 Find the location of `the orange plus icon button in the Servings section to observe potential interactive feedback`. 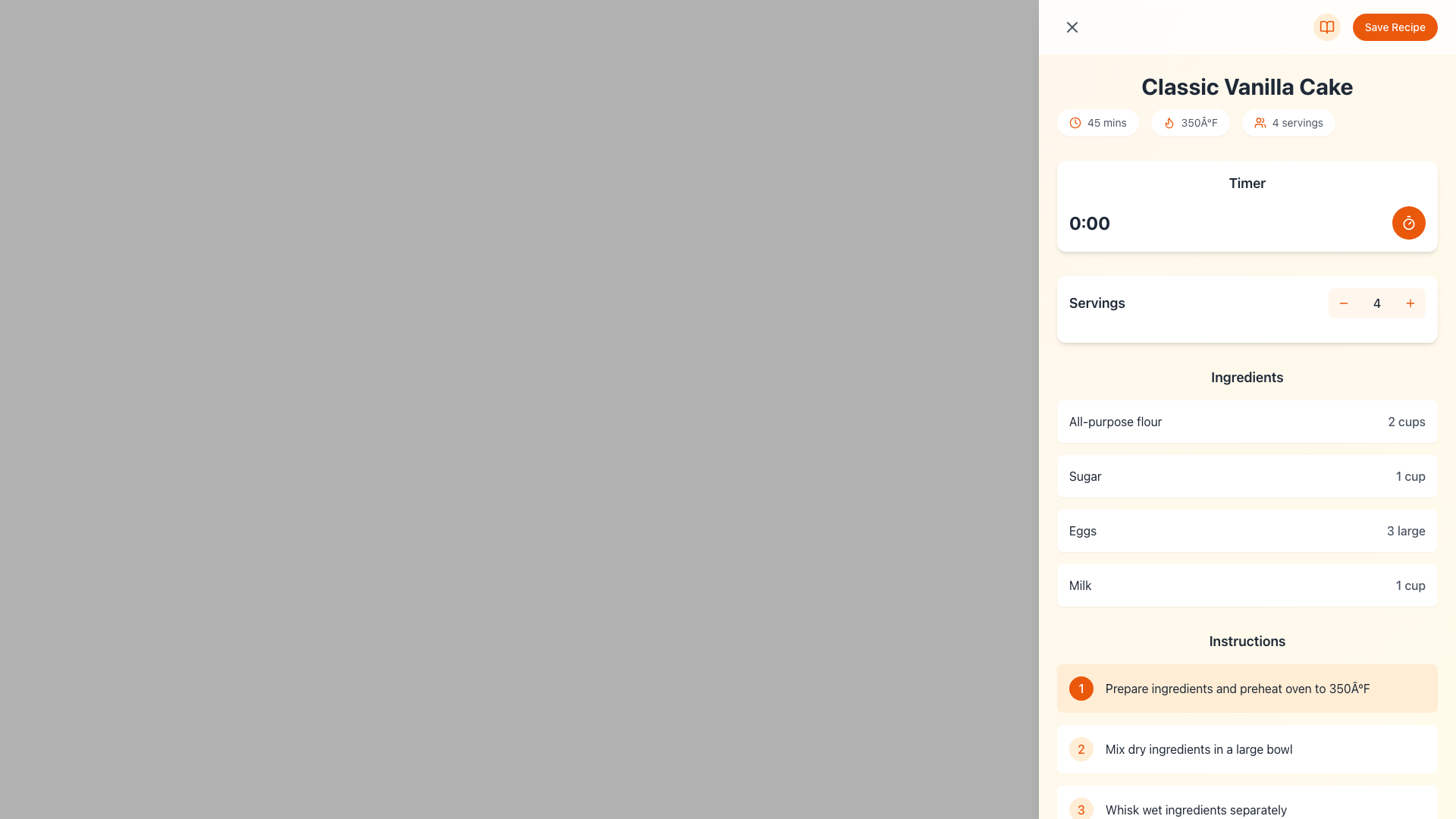

the orange plus icon button in the Servings section to observe potential interactive feedback is located at coordinates (1410, 303).